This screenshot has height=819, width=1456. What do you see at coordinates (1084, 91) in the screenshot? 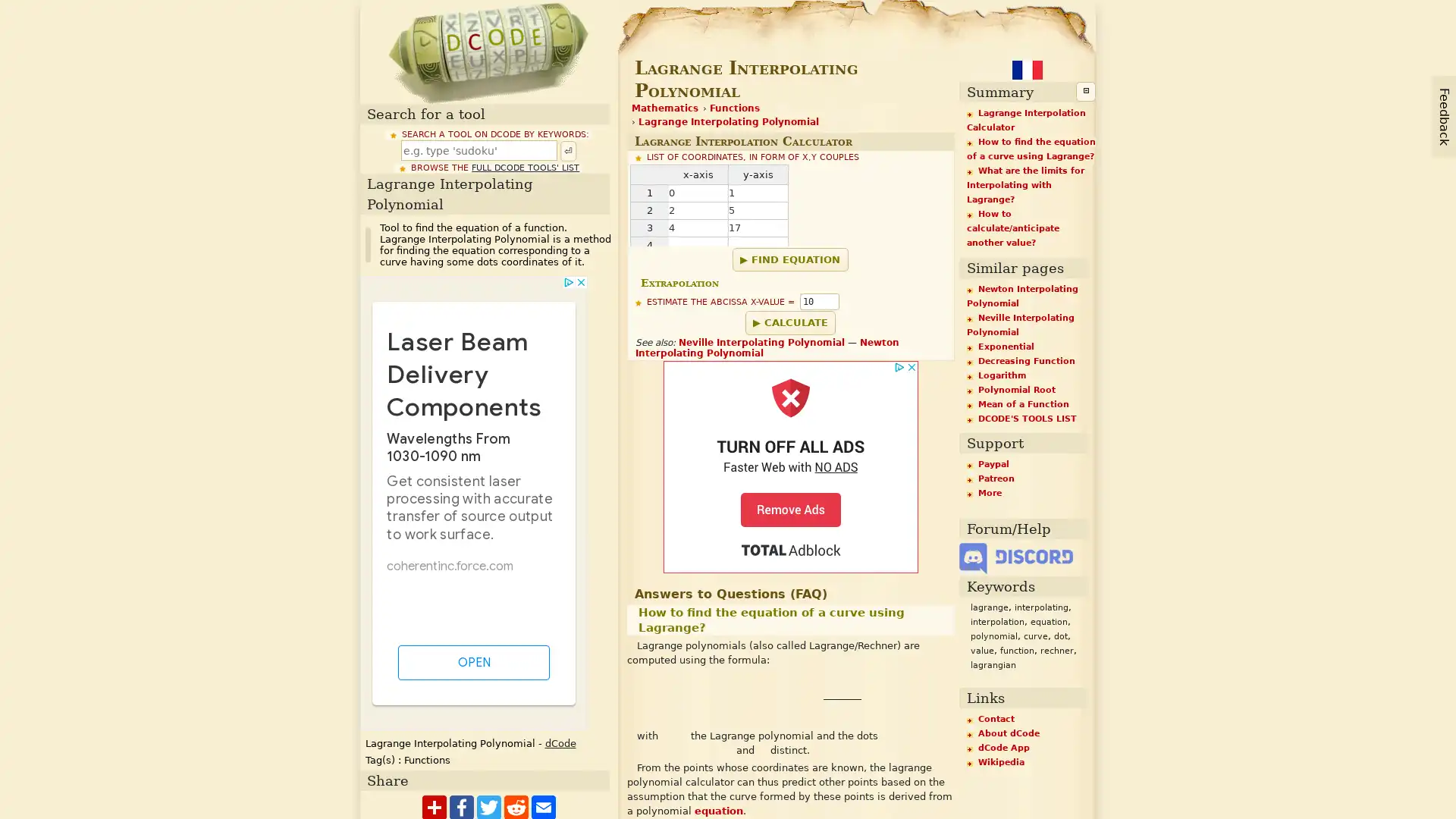
I see `hide_right_part` at bounding box center [1084, 91].